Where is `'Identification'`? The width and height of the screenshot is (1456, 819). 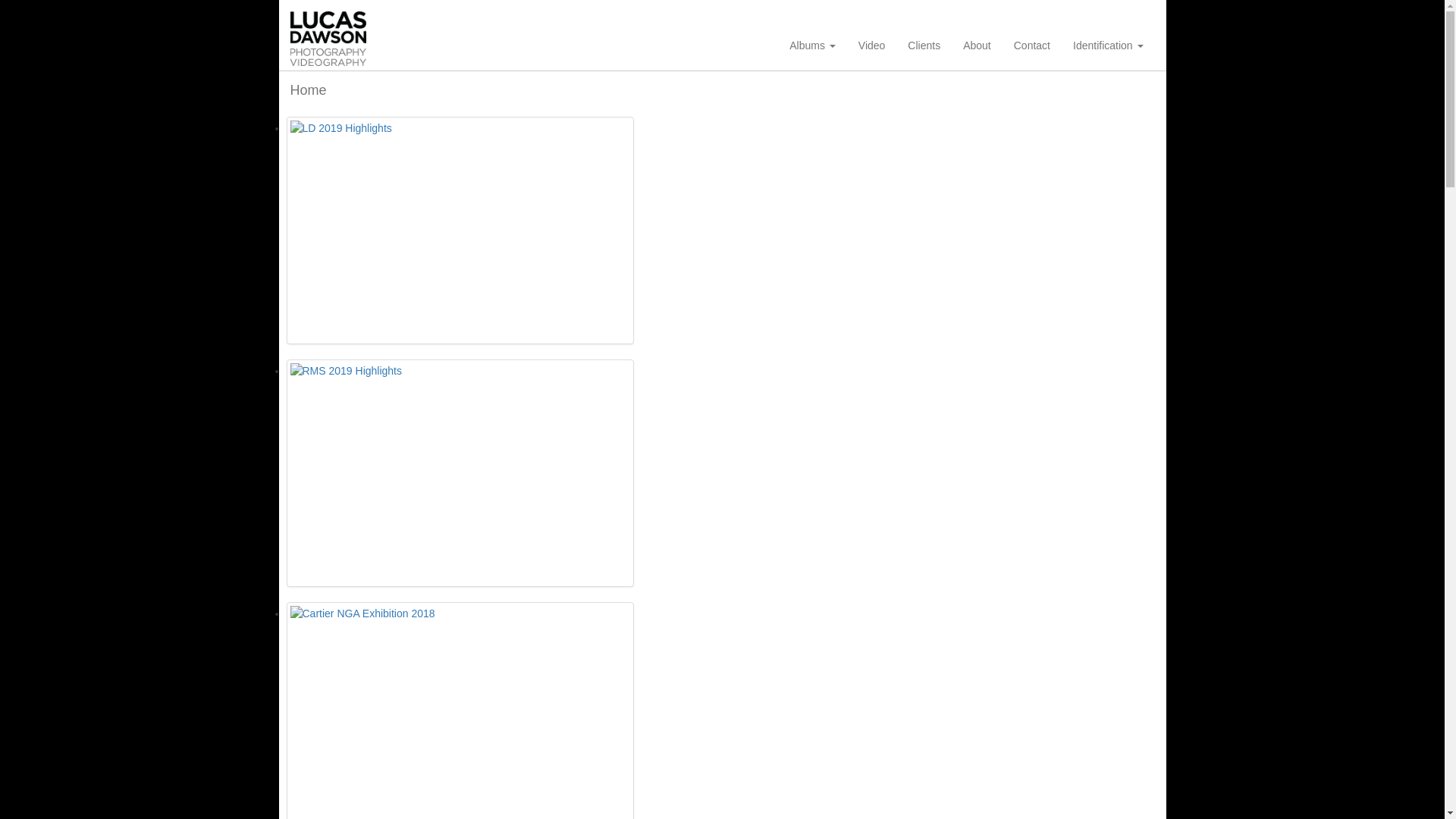 'Identification' is located at coordinates (1108, 45).